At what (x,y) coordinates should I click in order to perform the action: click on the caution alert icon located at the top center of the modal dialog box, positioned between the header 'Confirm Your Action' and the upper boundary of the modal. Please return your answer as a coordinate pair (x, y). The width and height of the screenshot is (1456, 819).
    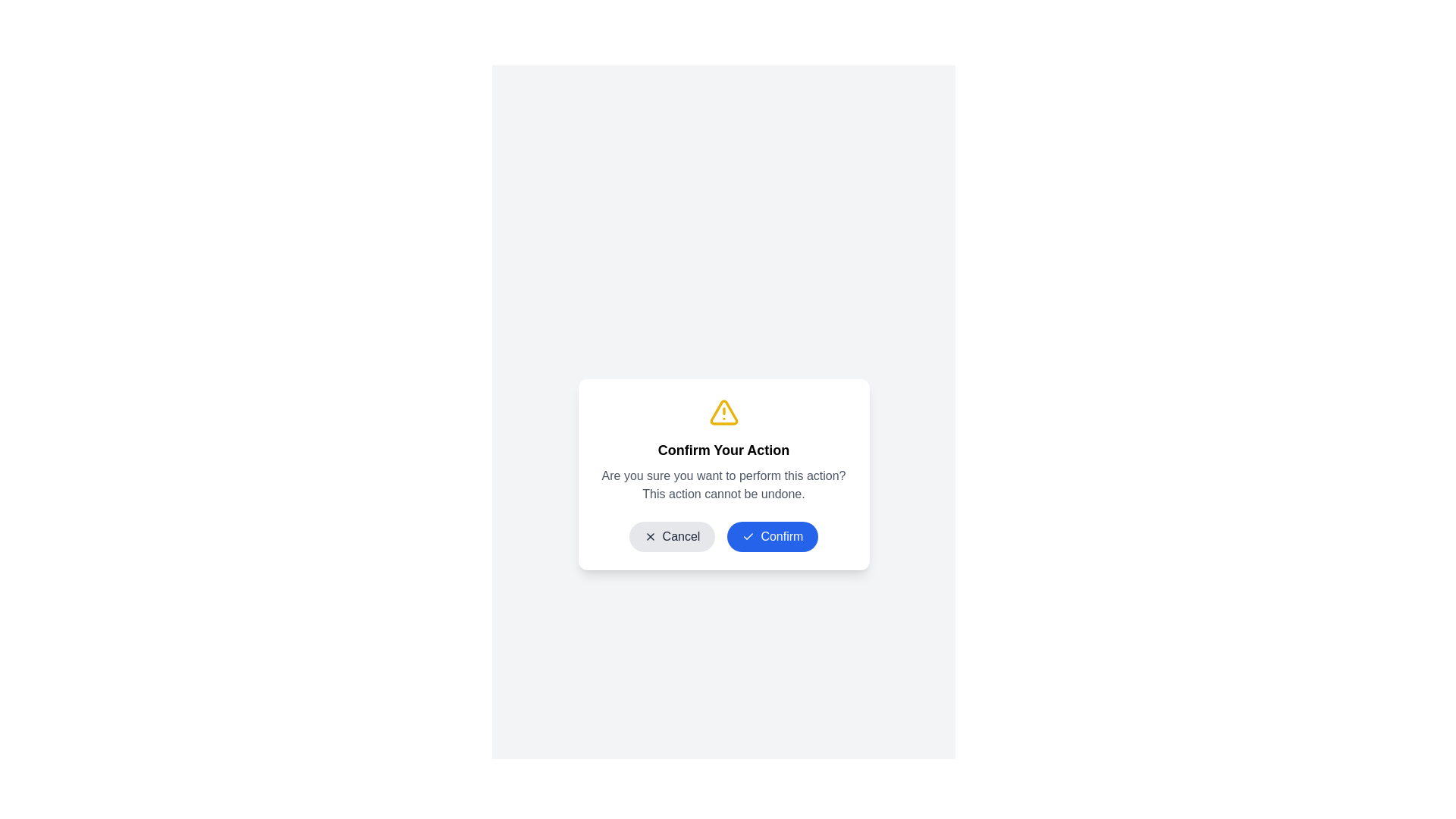
    Looking at the image, I should click on (723, 412).